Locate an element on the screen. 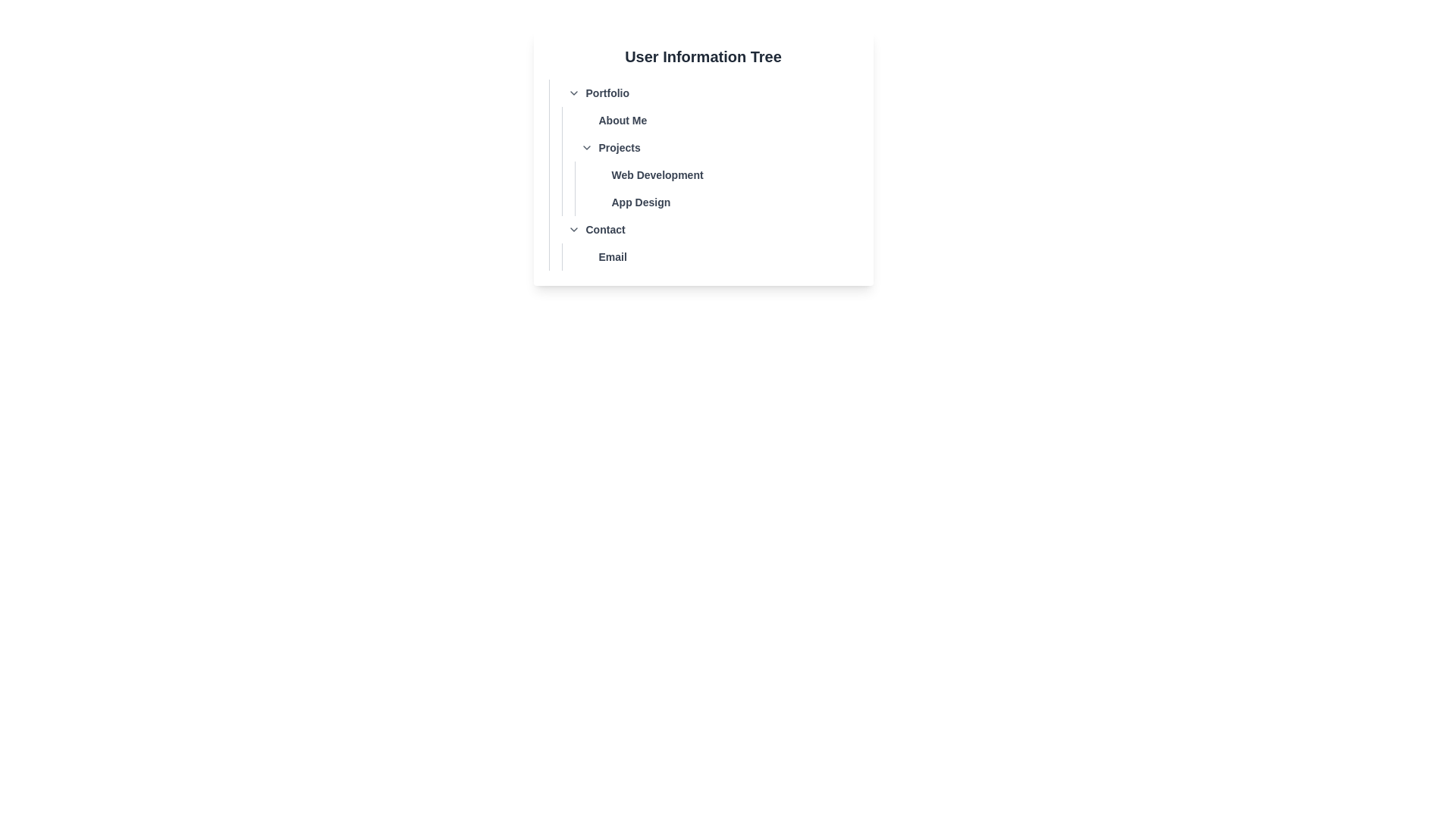 The image size is (1456, 819). the sub-elements of the 'User Information Tree', which is a titled section with a bold font and dark color, positioned between 'About Me' and 'Web Development' is located at coordinates (702, 158).